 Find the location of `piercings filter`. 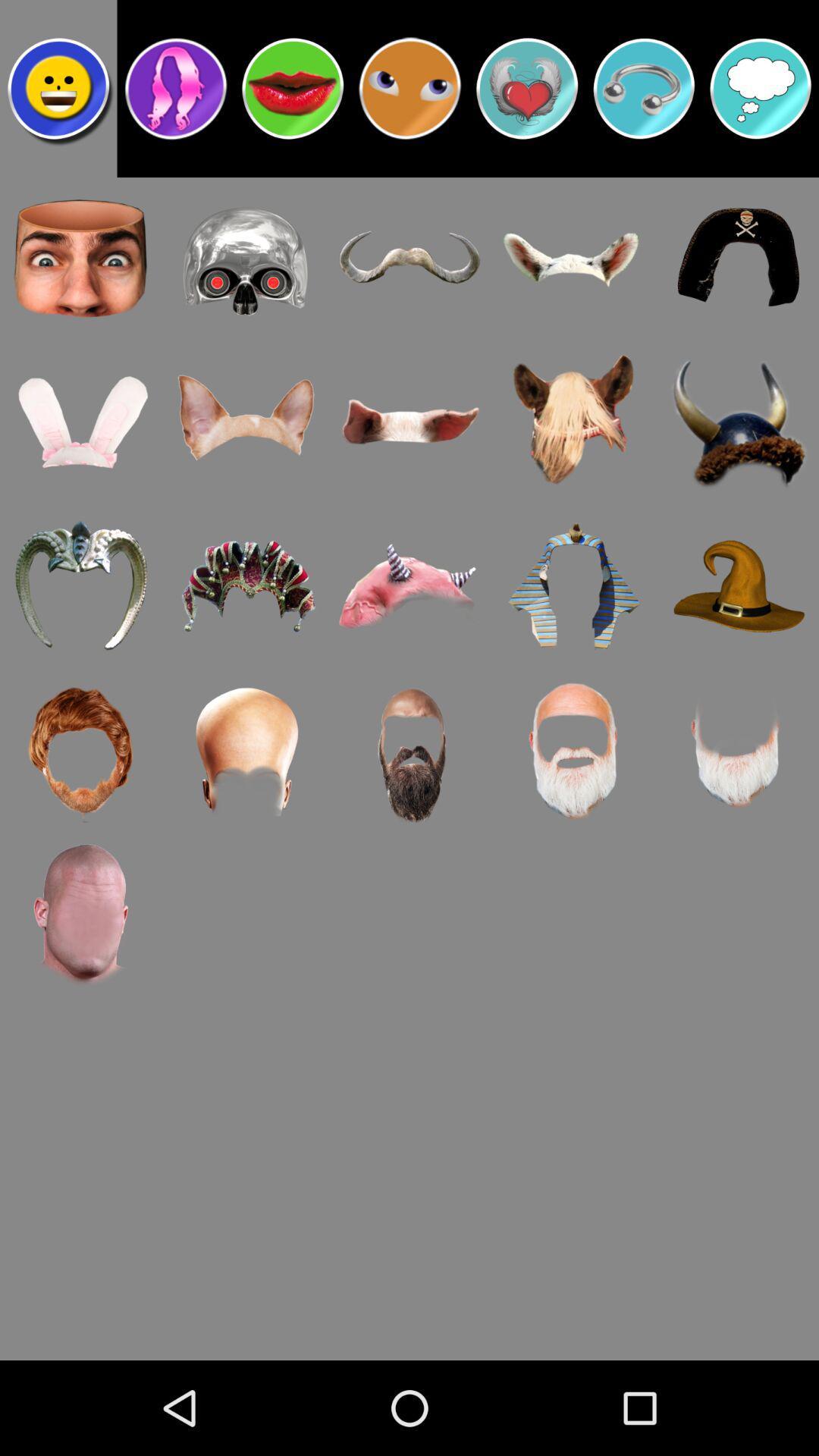

piercings filter is located at coordinates (644, 87).